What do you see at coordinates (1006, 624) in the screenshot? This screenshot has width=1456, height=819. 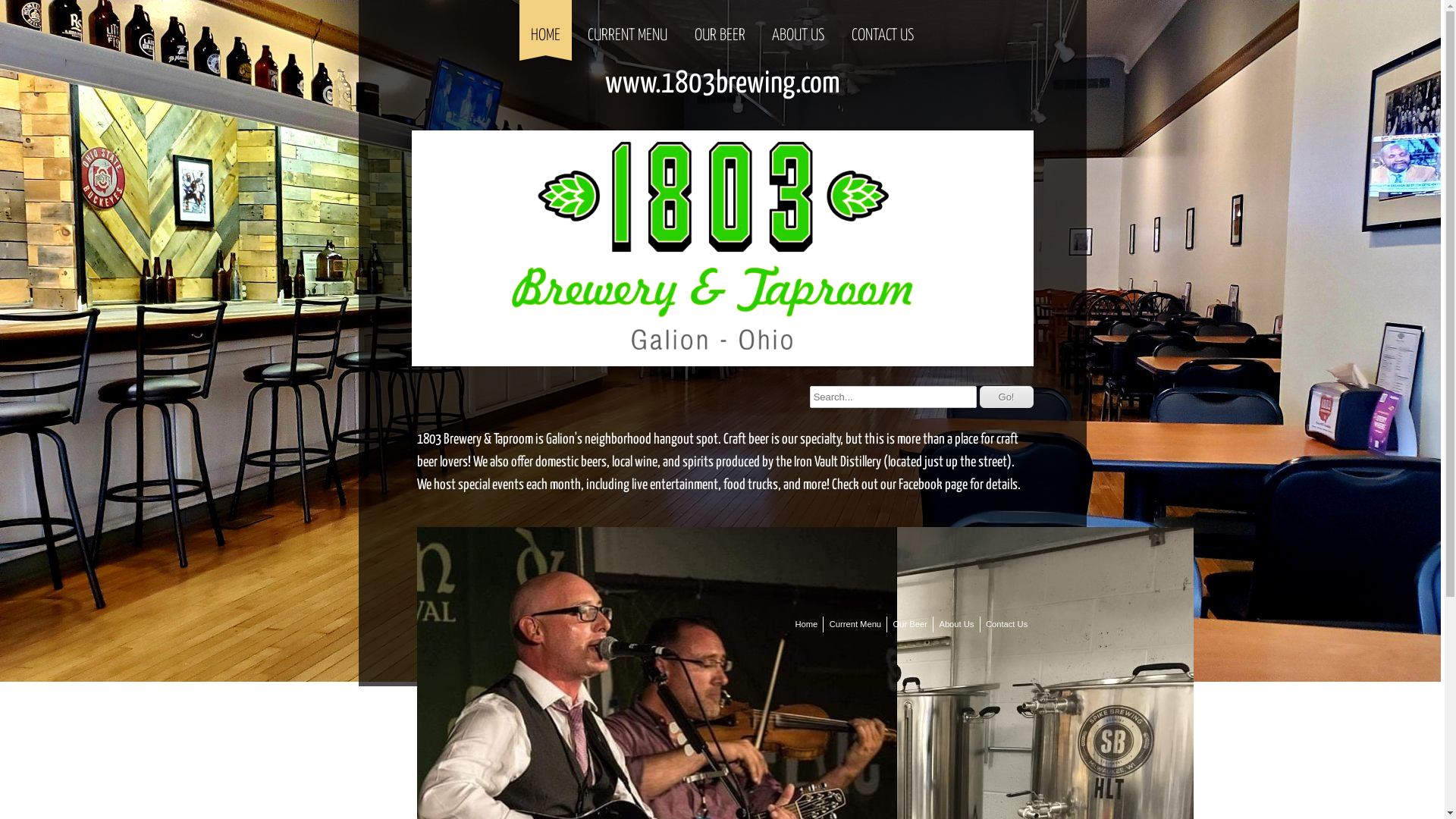 I see `'Contact Us'` at bounding box center [1006, 624].